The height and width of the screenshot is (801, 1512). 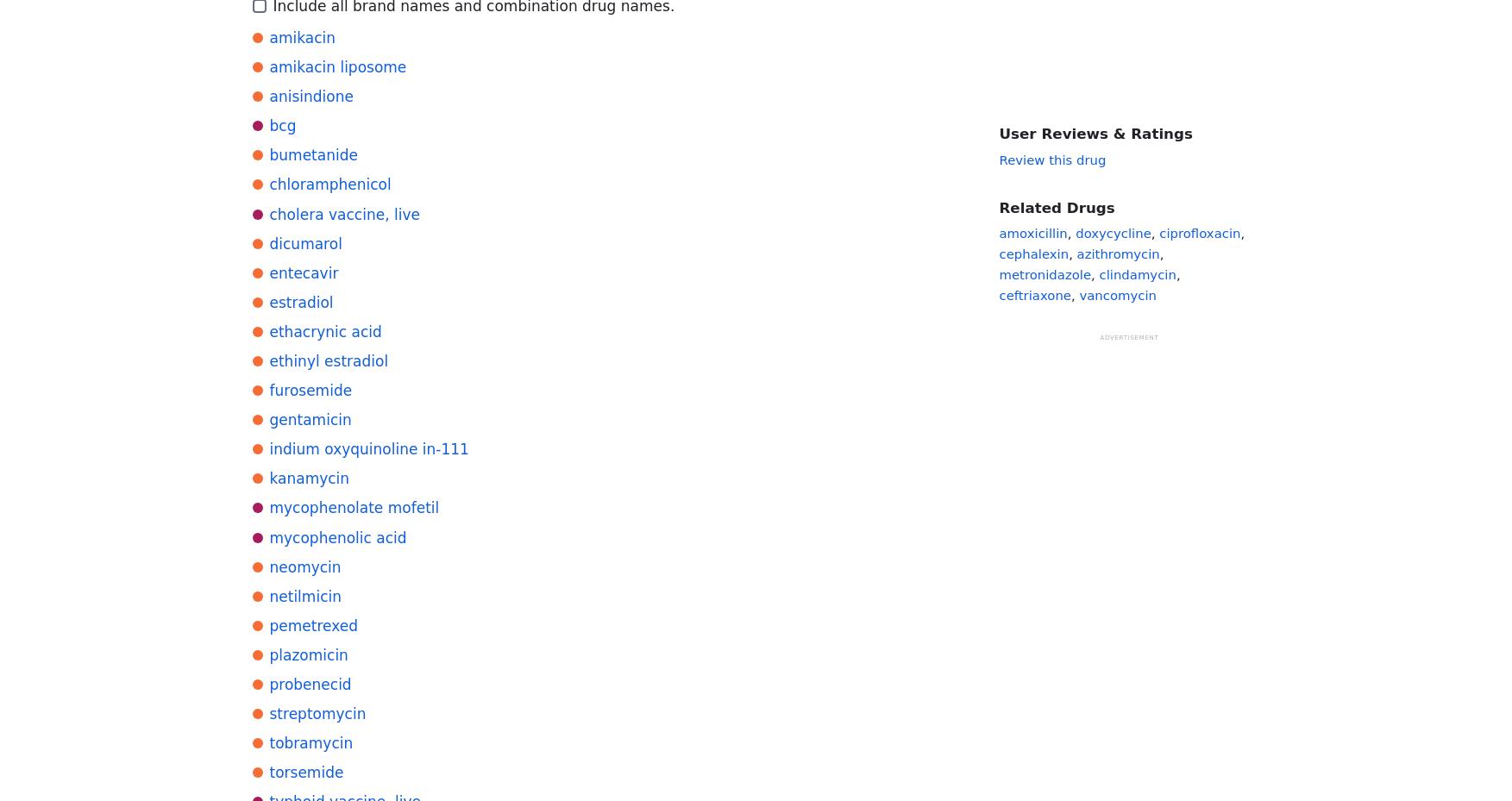 I want to click on 'bumetanide', so click(x=268, y=155).